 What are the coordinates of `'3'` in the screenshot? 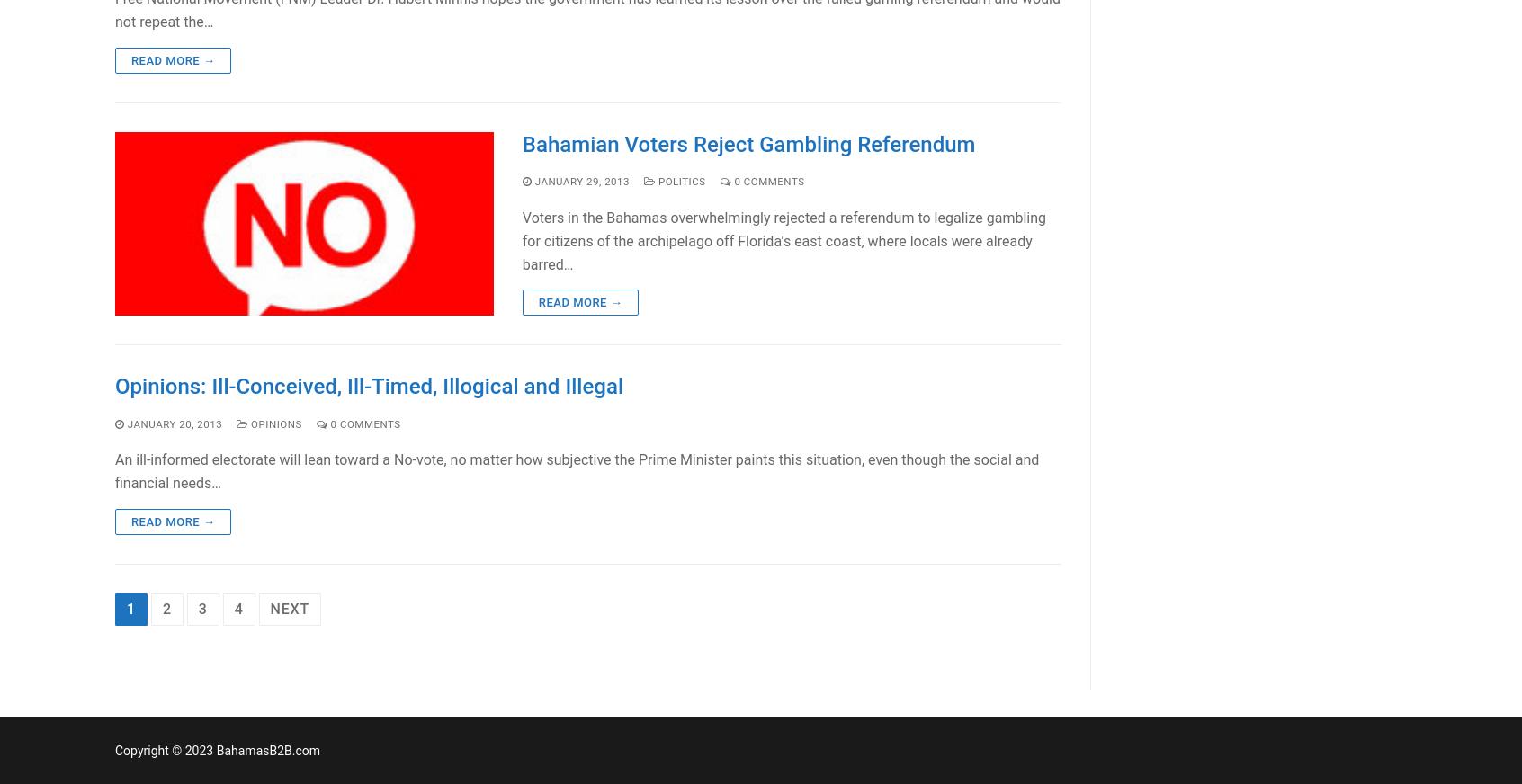 It's located at (202, 608).